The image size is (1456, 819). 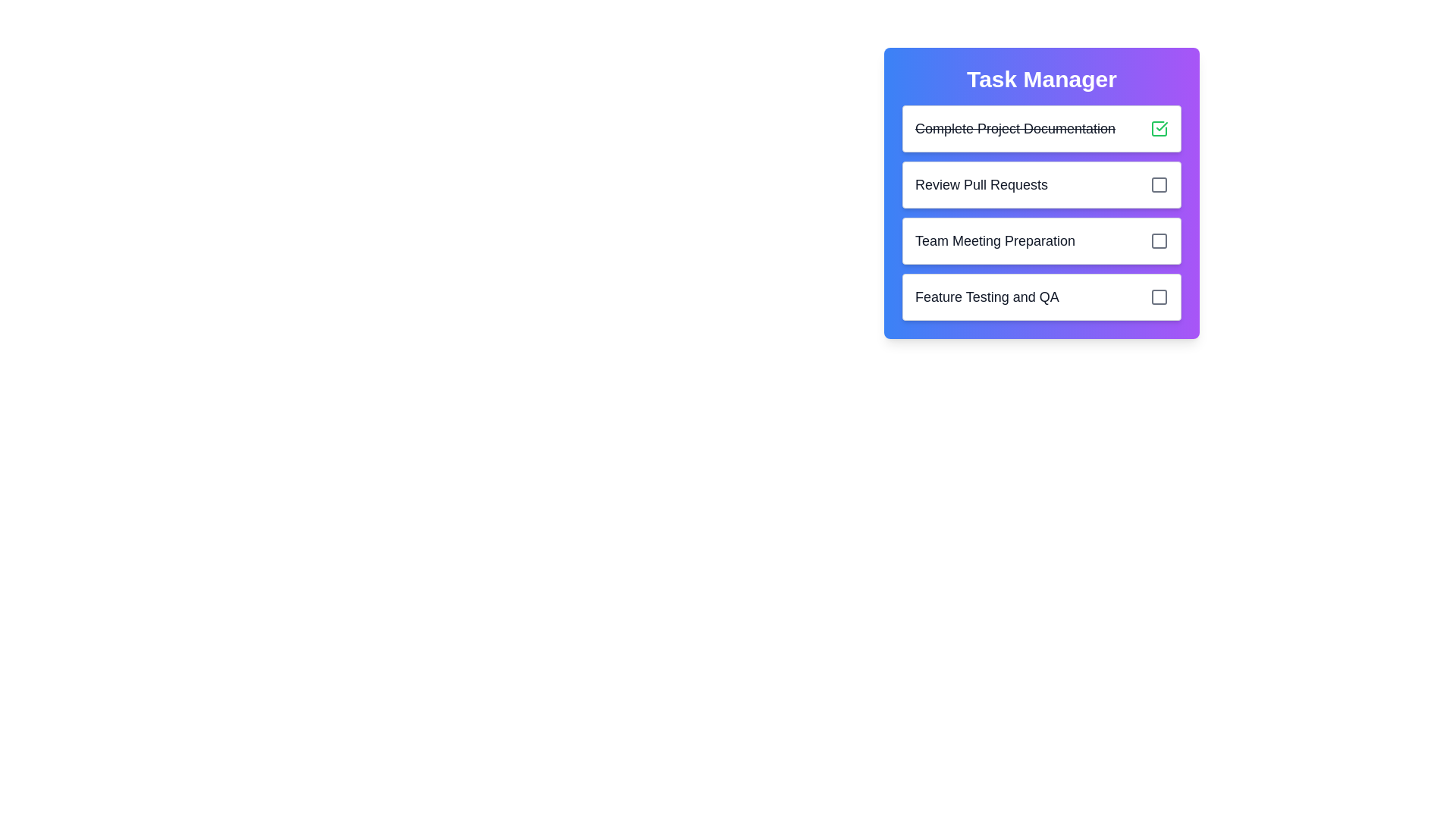 What do you see at coordinates (1040, 184) in the screenshot?
I see `task title 'Review Pull Requests' from the second task item in the 'Task Manager' panel, which is located below 'Complete Project Documentation' and above 'Team Meeting Preparation'` at bounding box center [1040, 184].